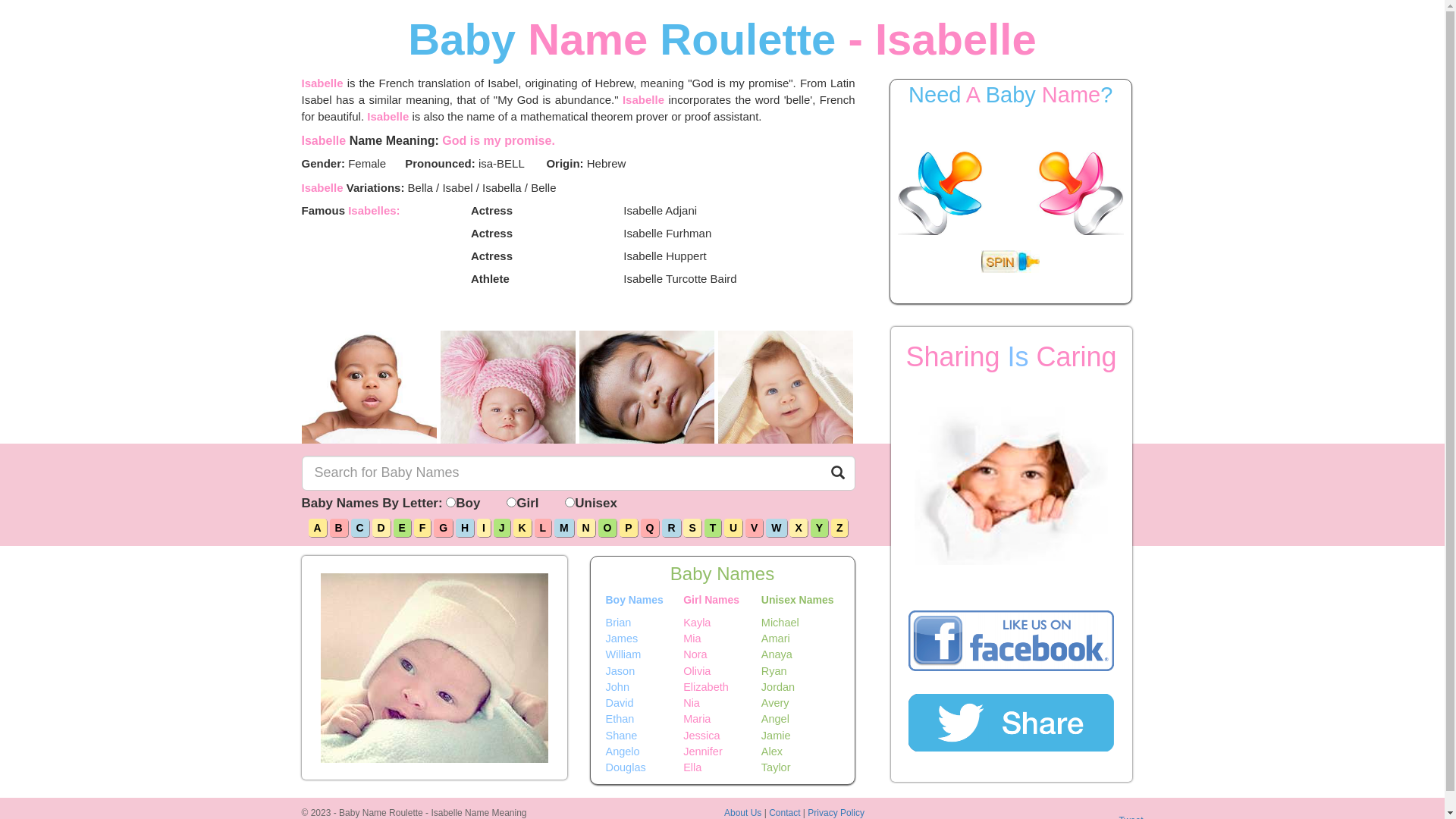  Describe the element at coordinates (650, 526) in the screenshot. I see `'Q'` at that location.